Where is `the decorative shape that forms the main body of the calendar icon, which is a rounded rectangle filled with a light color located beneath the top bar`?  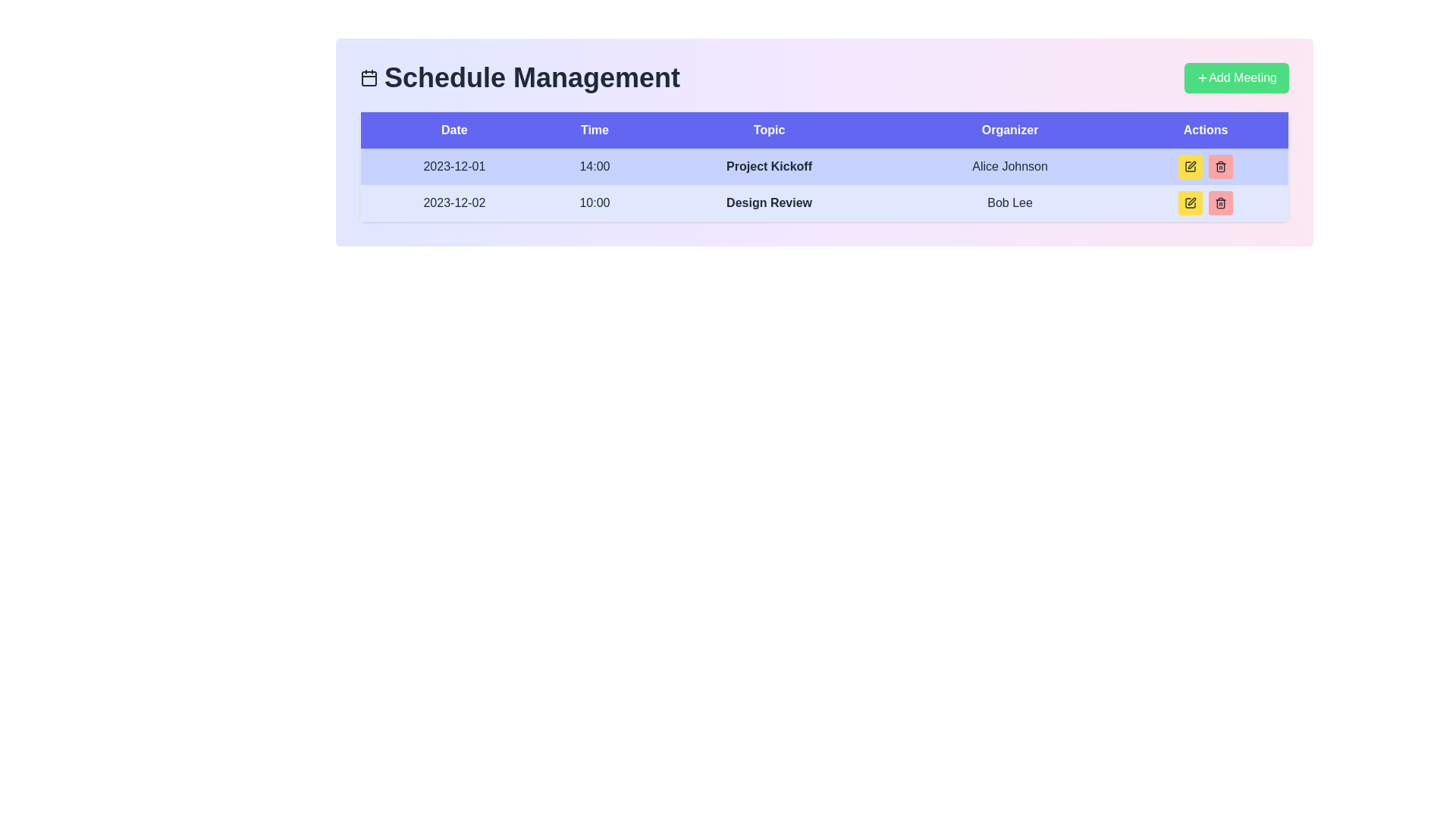
the decorative shape that forms the main body of the calendar icon, which is a rounded rectangle filled with a light color located beneath the top bar is located at coordinates (369, 79).